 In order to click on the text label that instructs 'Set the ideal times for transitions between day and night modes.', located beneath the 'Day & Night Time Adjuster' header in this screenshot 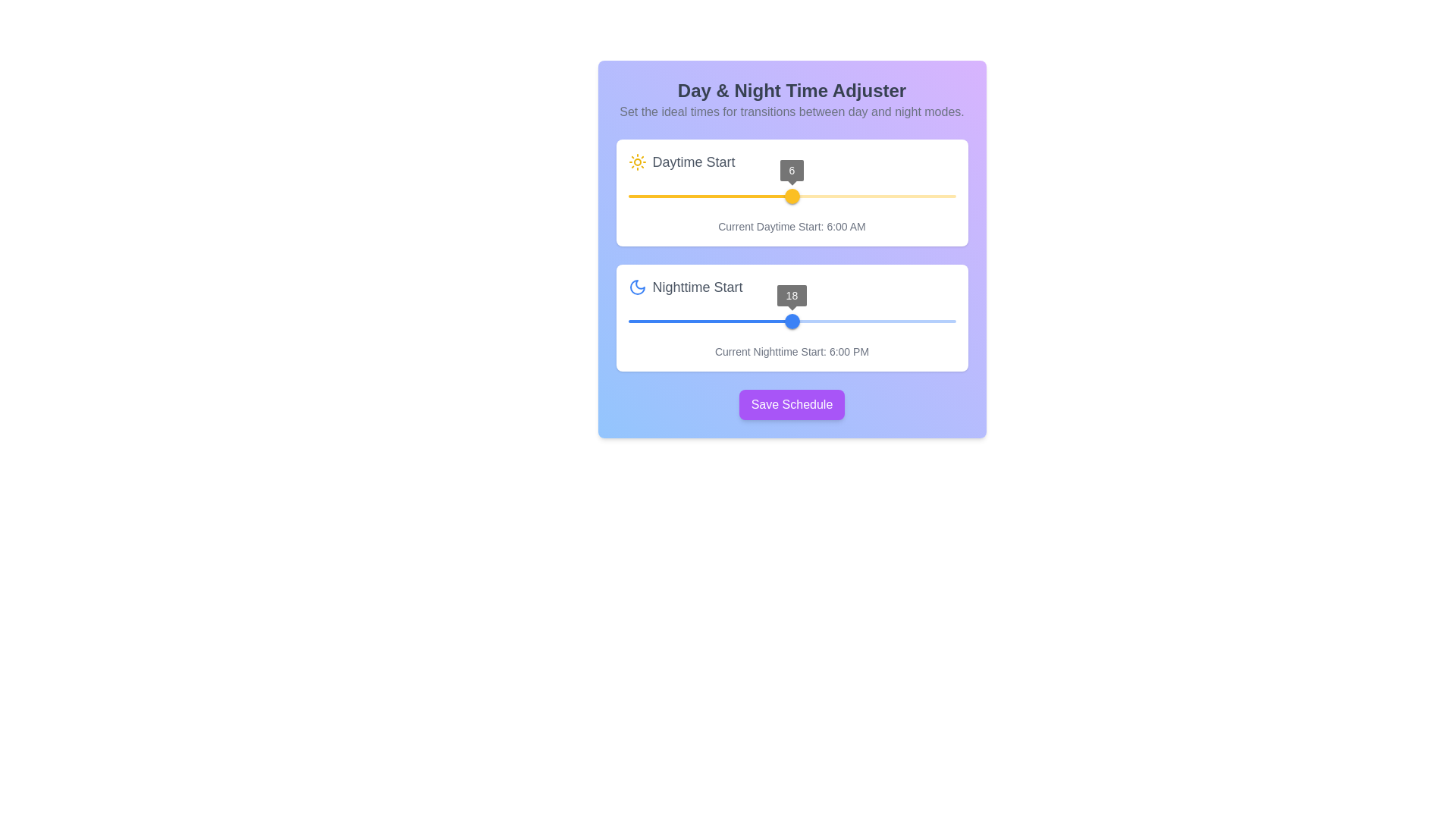, I will do `click(791, 111)`.